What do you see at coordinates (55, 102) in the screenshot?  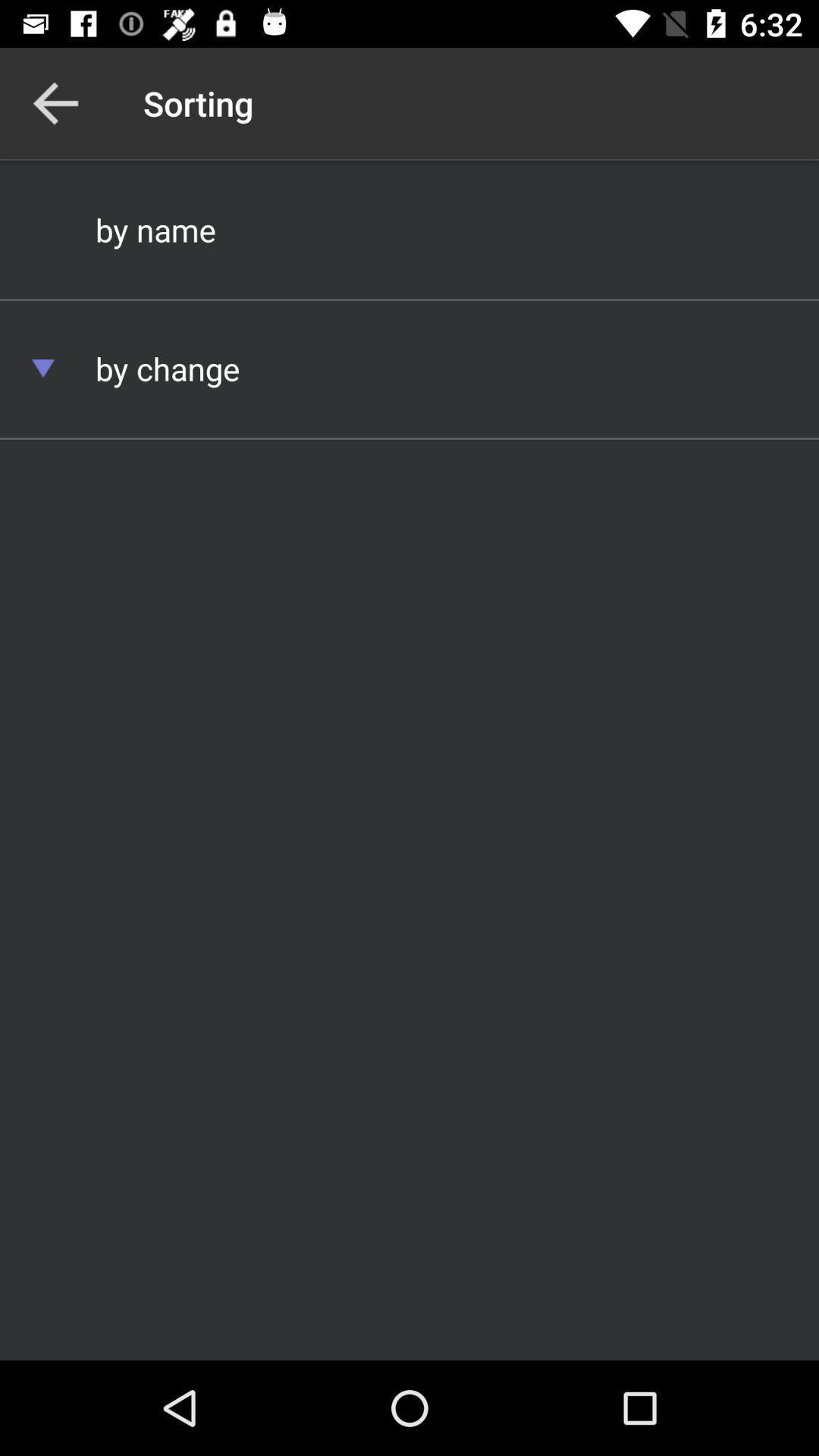 I see `previous page` at bounding box center [55, 102].